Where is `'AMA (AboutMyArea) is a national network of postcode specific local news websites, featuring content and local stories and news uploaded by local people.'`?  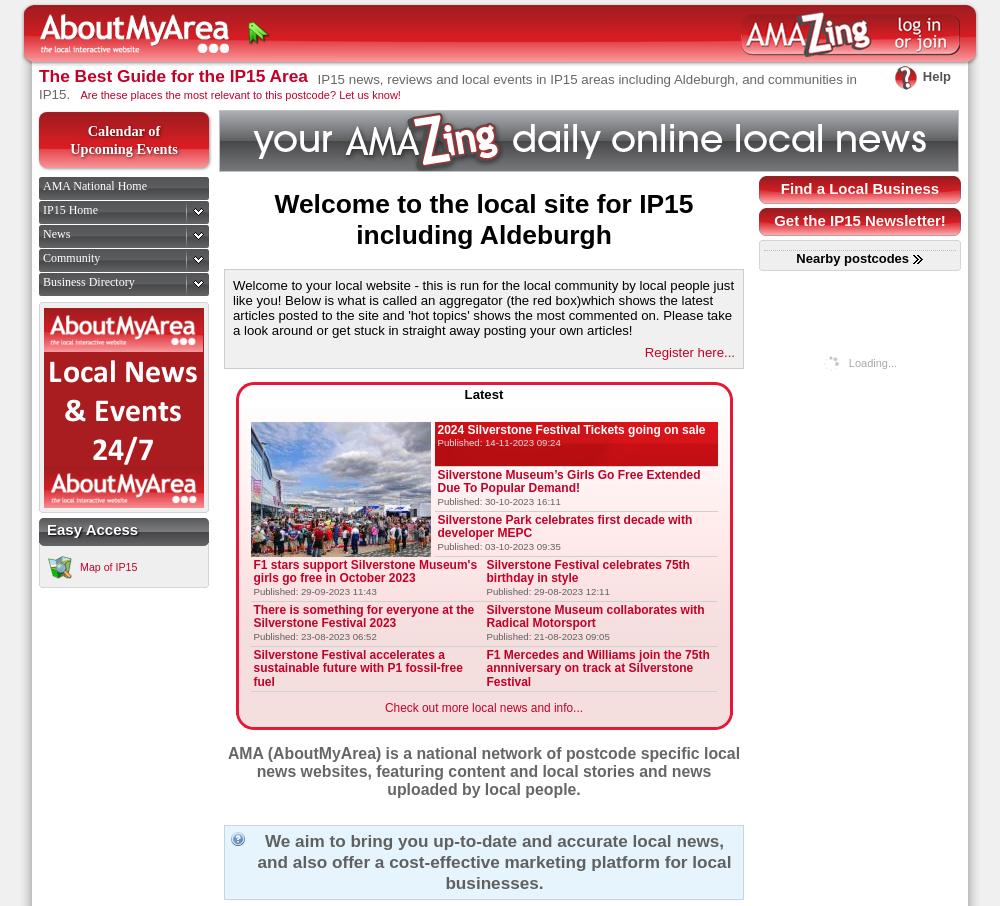
'AMA (AboutMyArea) is a national network of postcode specific local news websites, featuring content and local stories and news uploaded by local people.' is located at coordinates (482, 771).